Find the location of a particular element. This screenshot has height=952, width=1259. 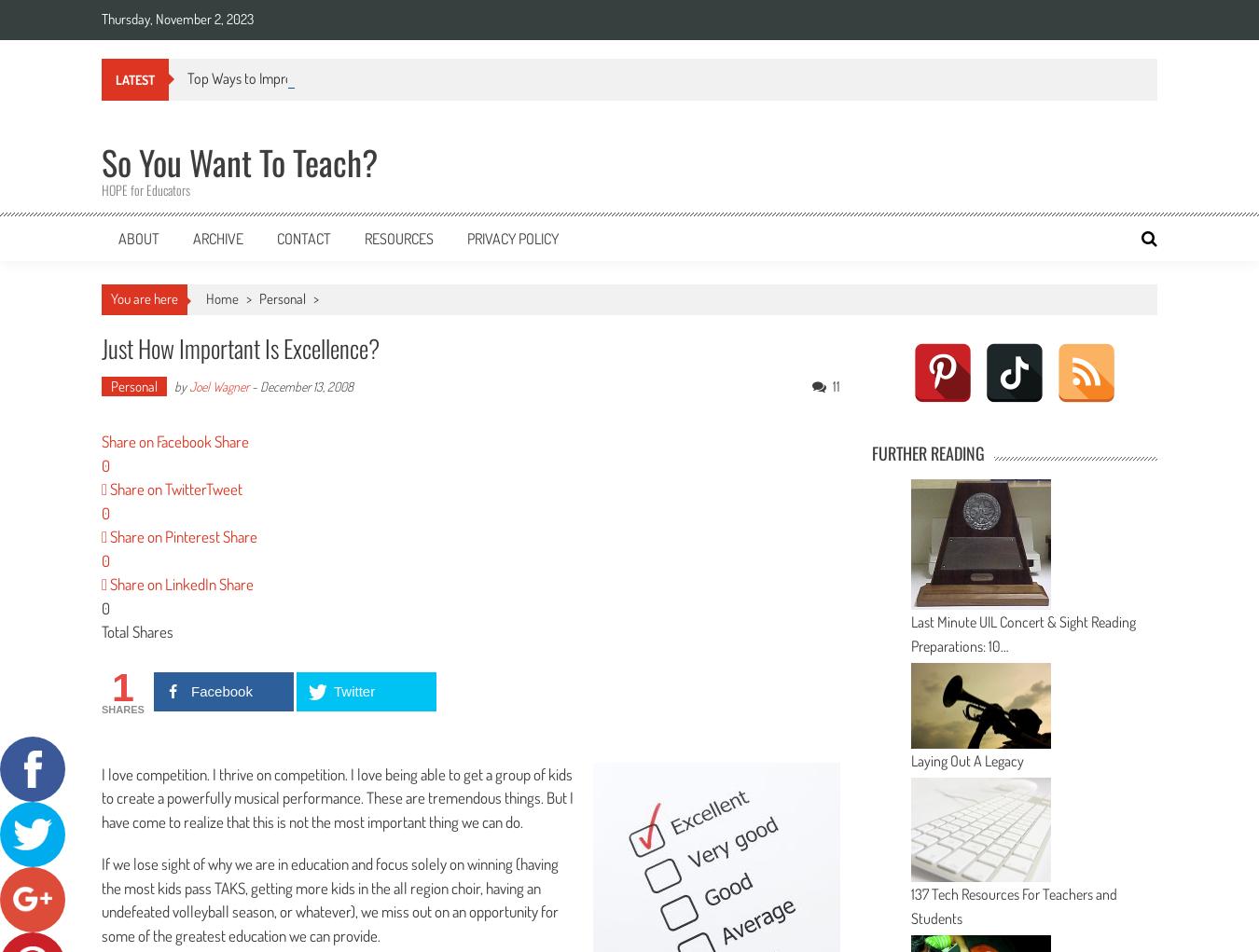

'Latest' is located at coordinates (134, 77).